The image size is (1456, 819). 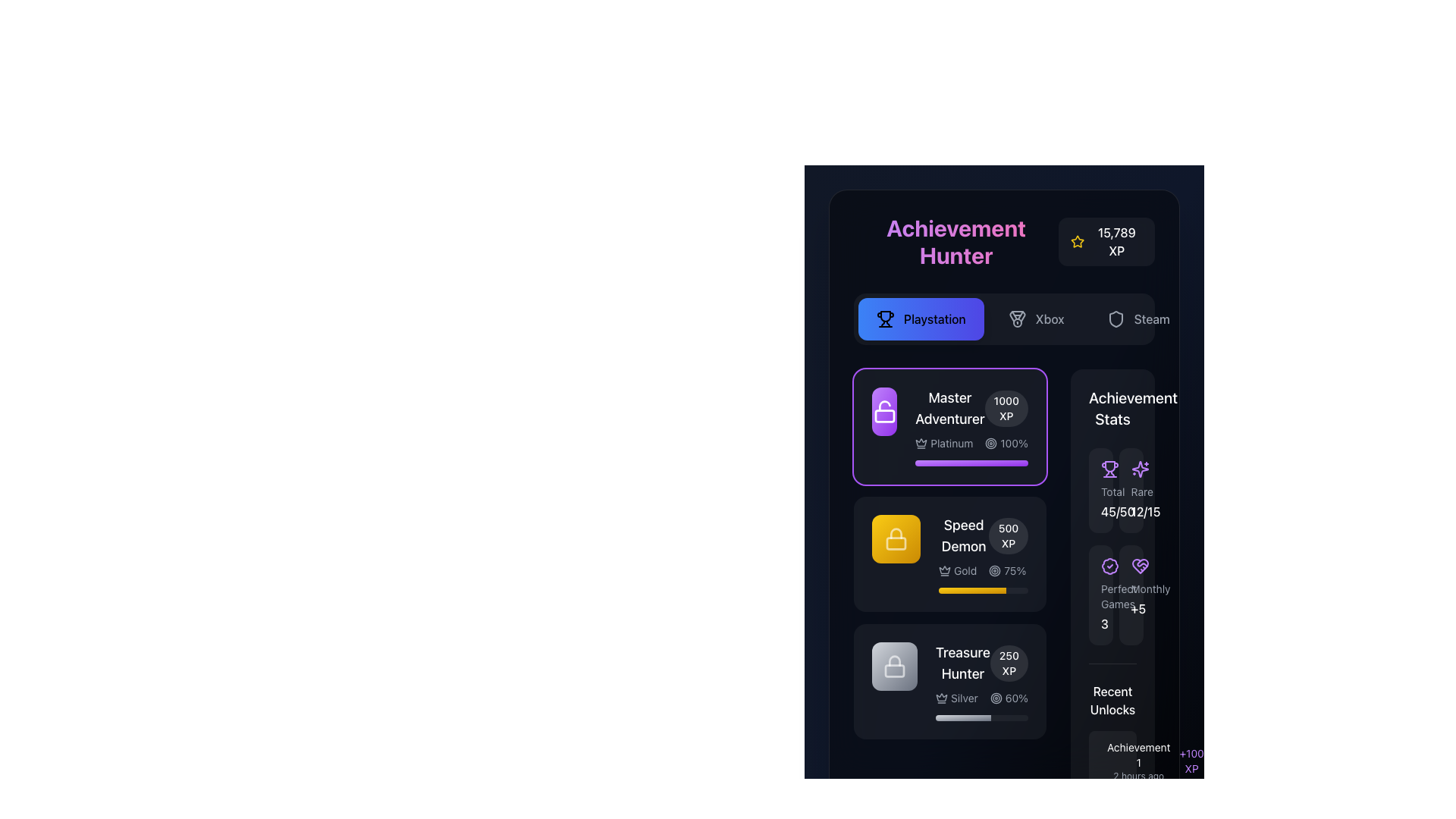 What do you see at coordinates (1016, 698) in the screenshot?
I see `the text display showing '60%' in the bottom-right corner of the 'Treasure Hunter' card, indicating progress or completion` at bounding box center [1016, 698].